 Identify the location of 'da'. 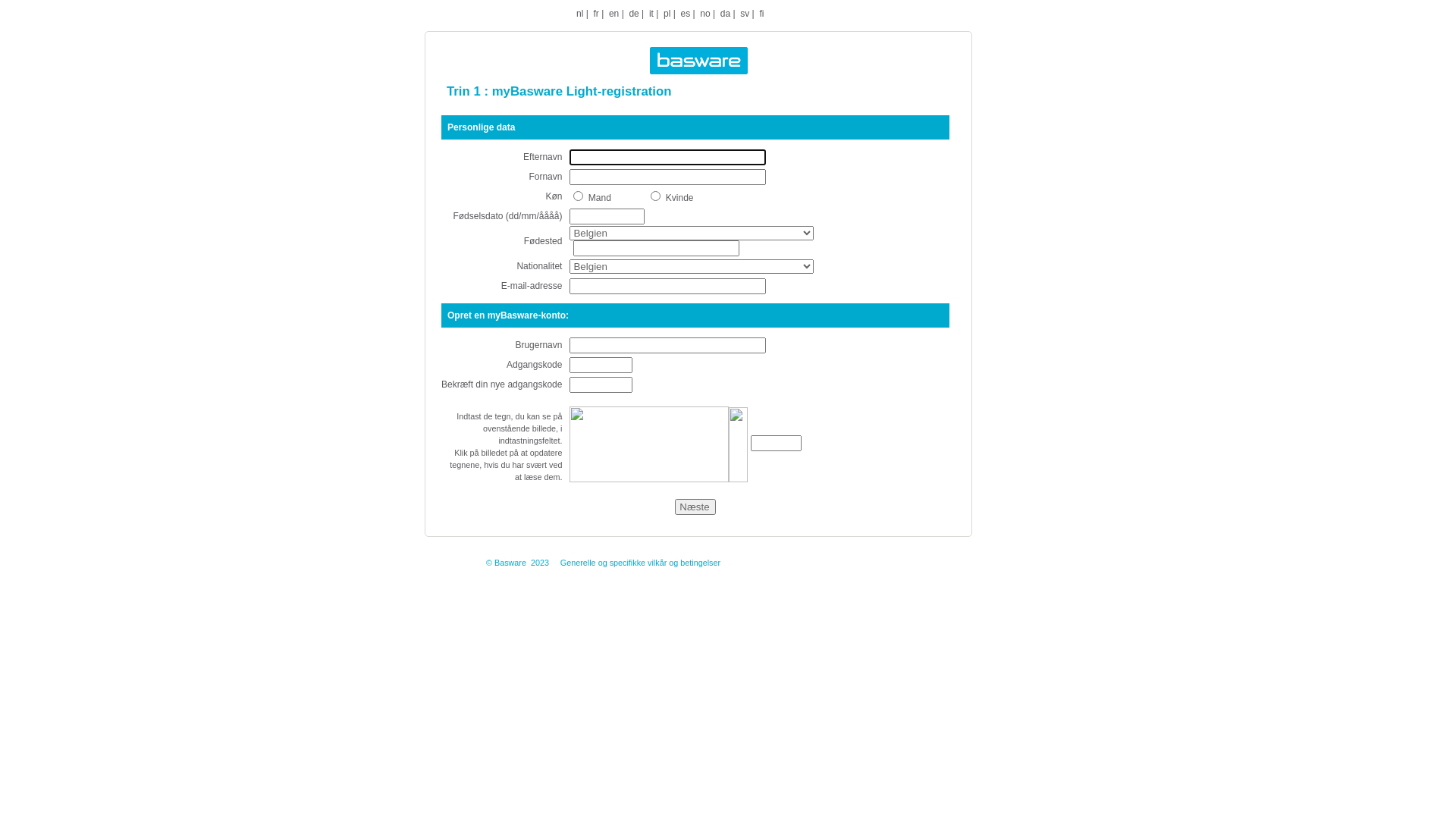
(724, 14).